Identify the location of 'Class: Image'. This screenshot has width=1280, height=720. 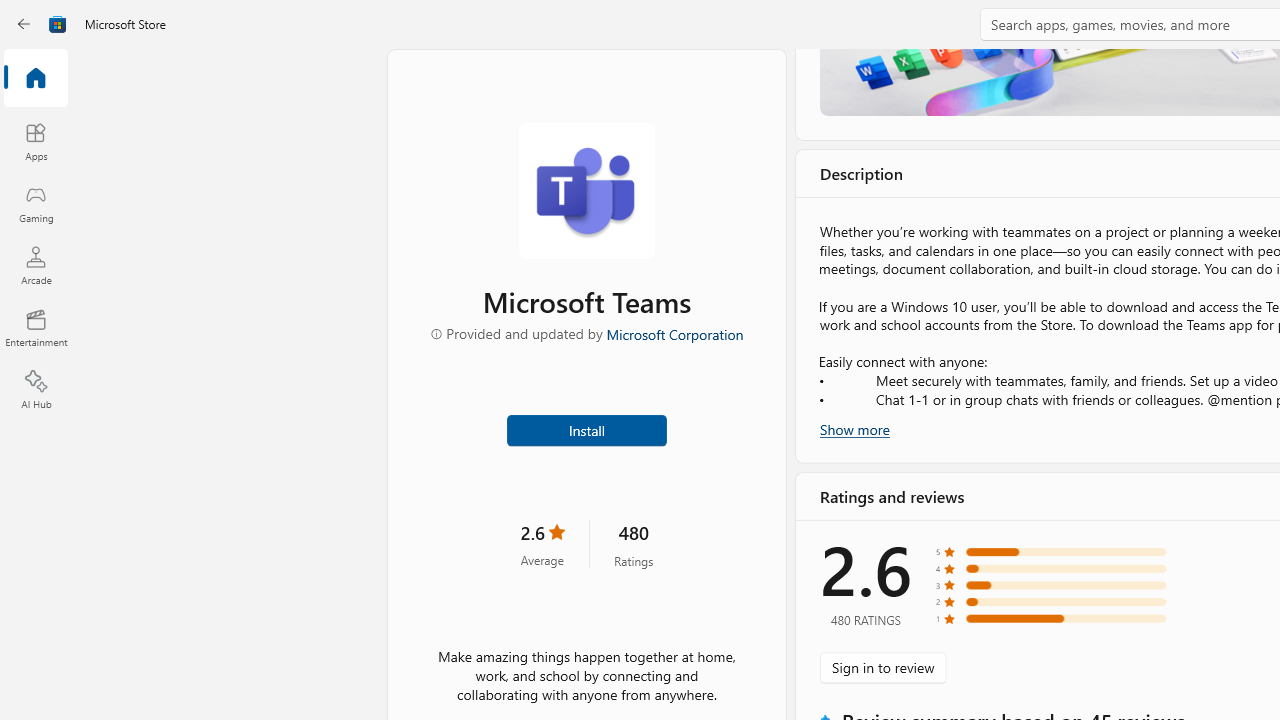
(58, 24).